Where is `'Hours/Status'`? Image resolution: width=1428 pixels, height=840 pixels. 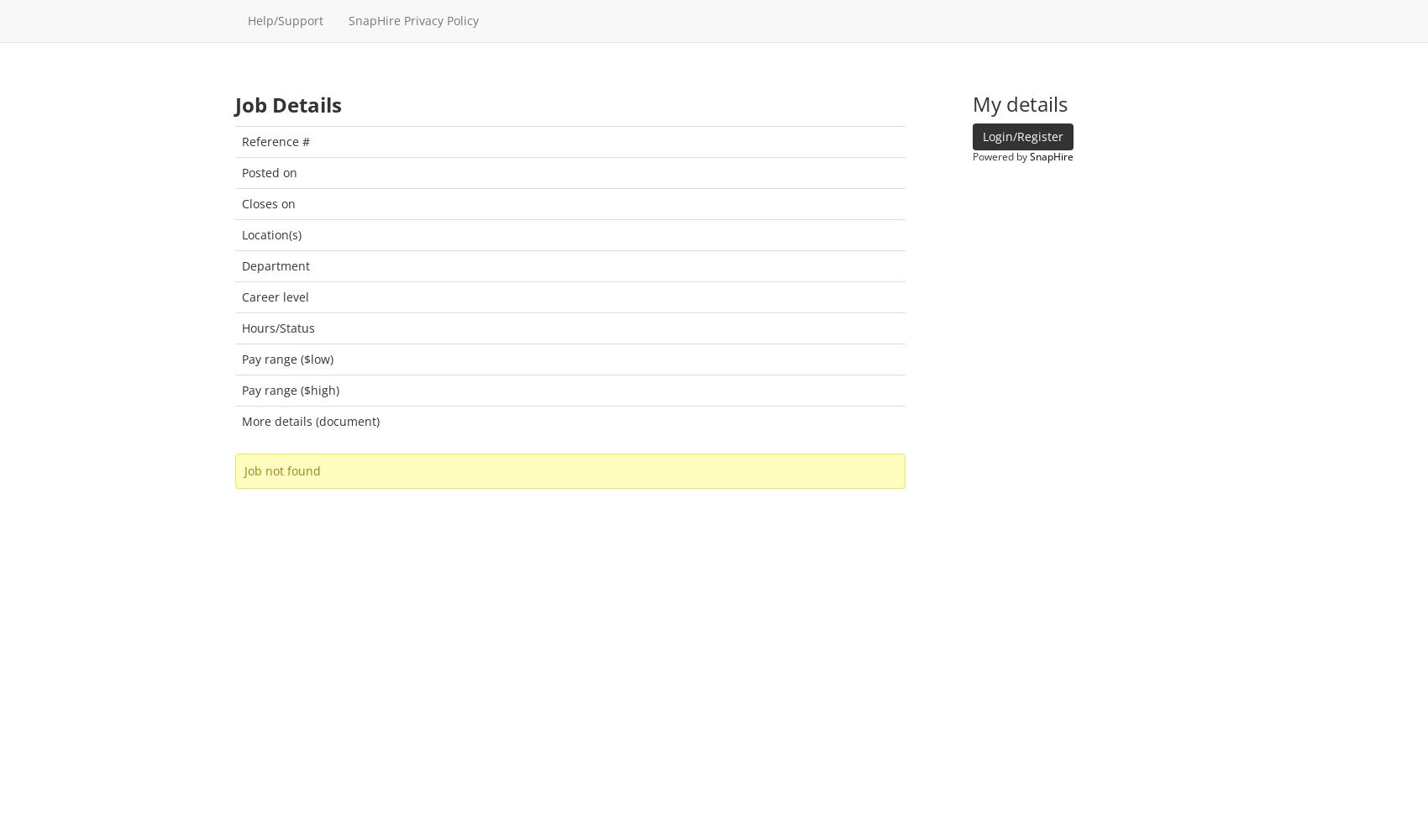 'Hours/Status' is located at coordinates (277, 327).